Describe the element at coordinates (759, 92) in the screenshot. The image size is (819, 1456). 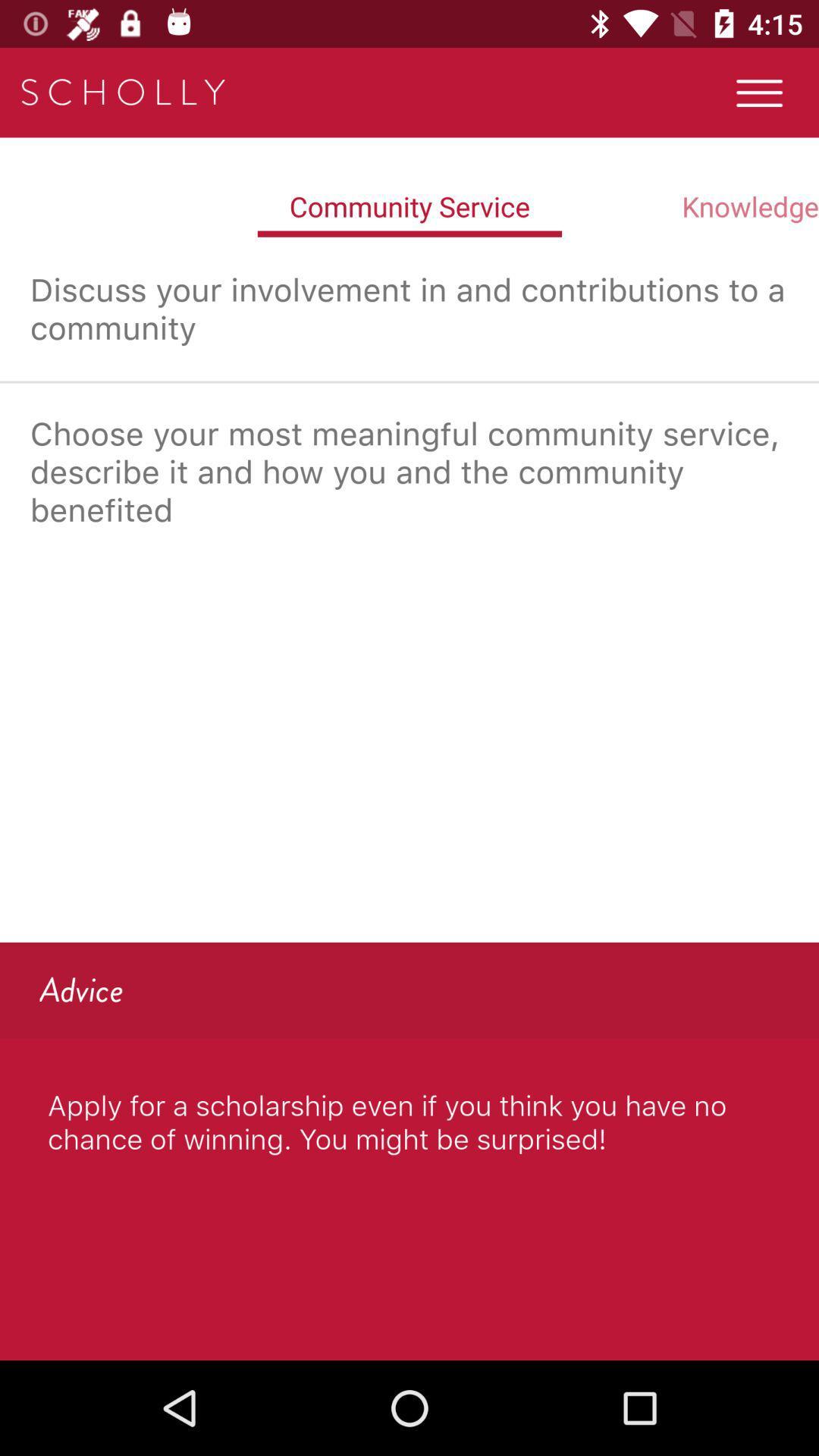
I see `the menu icon` at that location.